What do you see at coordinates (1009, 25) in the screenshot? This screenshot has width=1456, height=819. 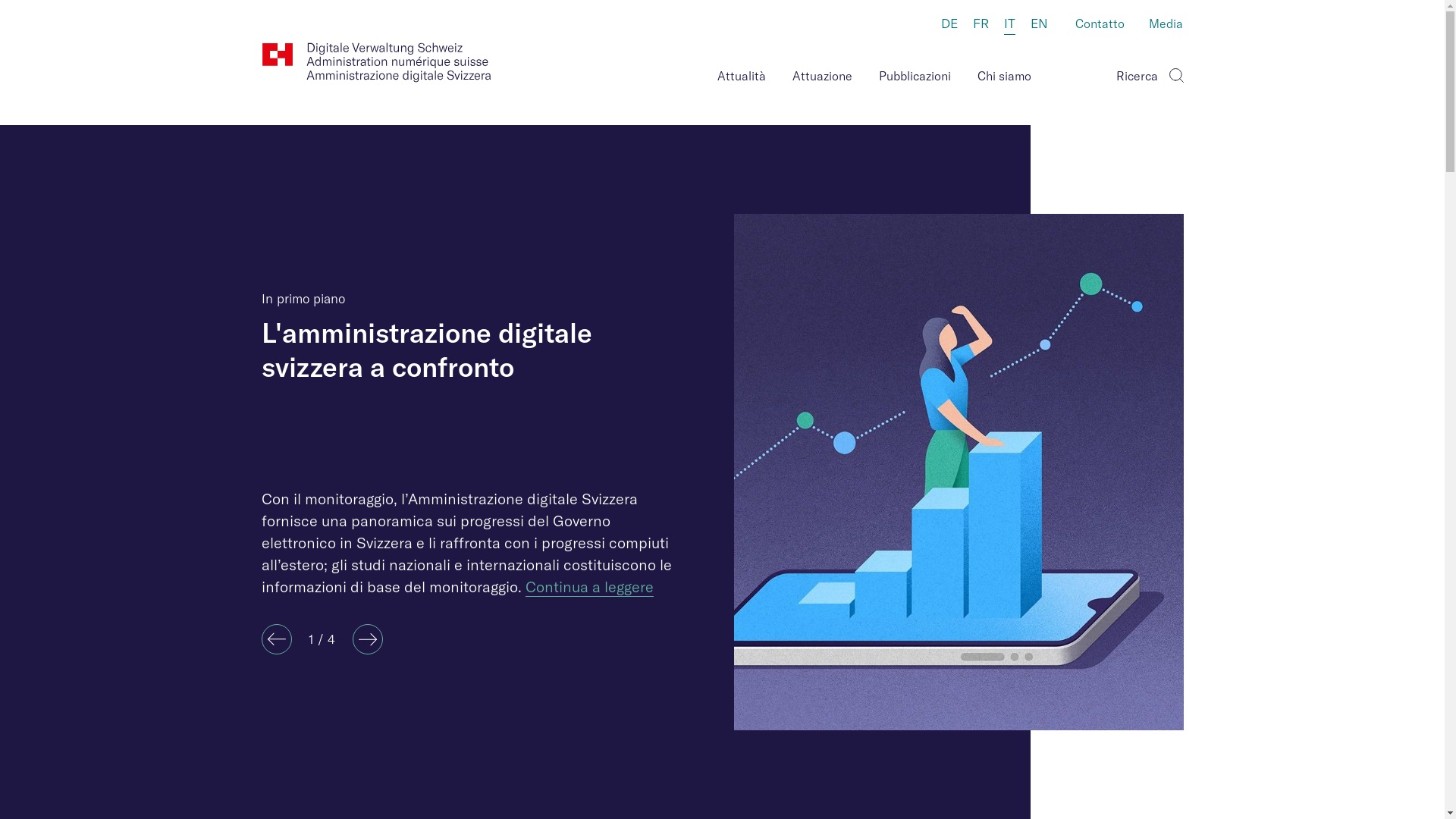 I see `'IT'` at bounding box center [1009, 25].